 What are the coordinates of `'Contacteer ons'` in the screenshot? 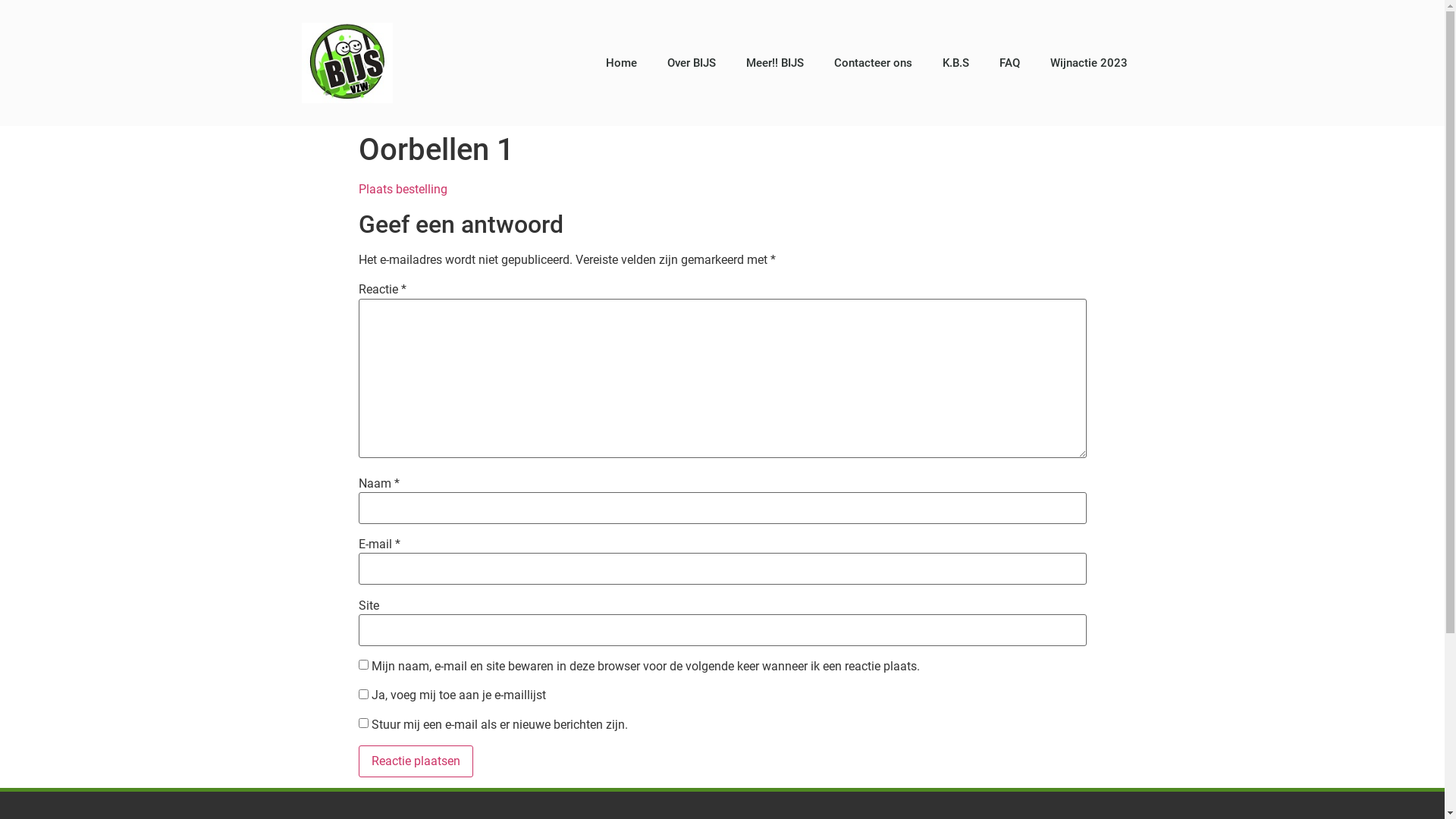 It's located at (873, 62).